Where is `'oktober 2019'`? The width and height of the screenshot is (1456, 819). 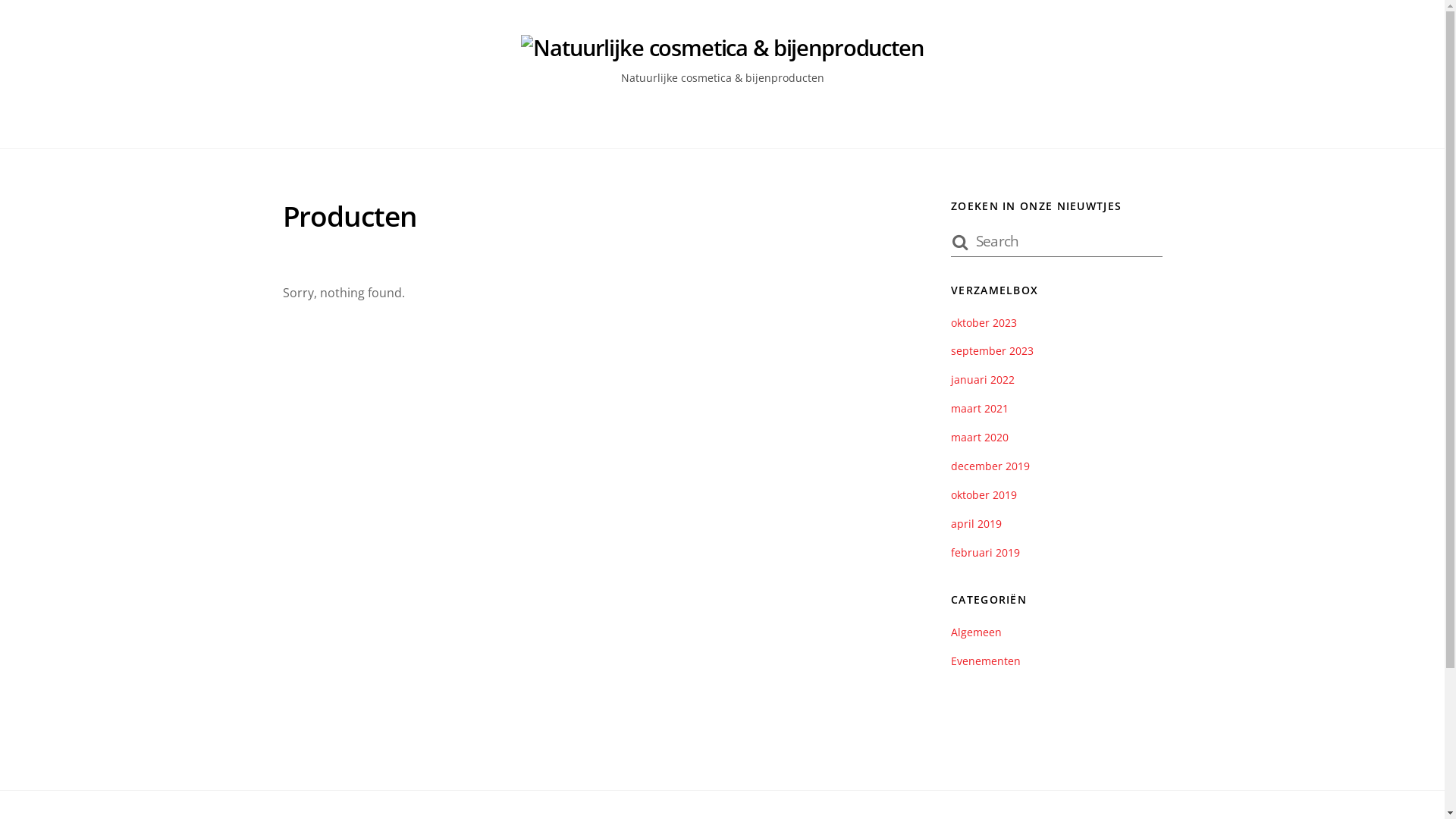 'oktober 2019' is located at coordinates (984, 494).